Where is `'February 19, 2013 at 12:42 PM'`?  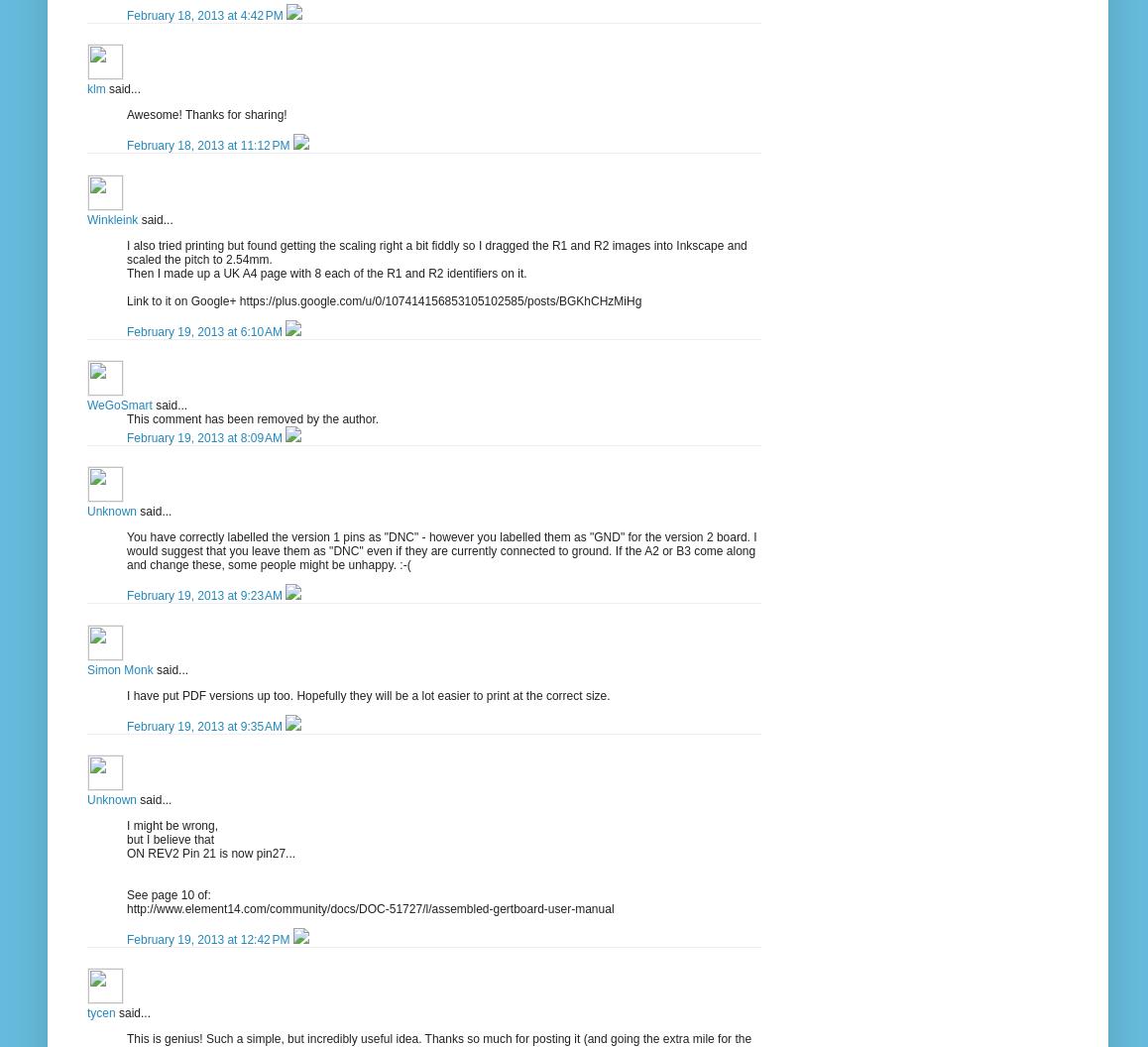
'February 19, 2013 at 12:42 PM' is located at coordinates (209, 939).